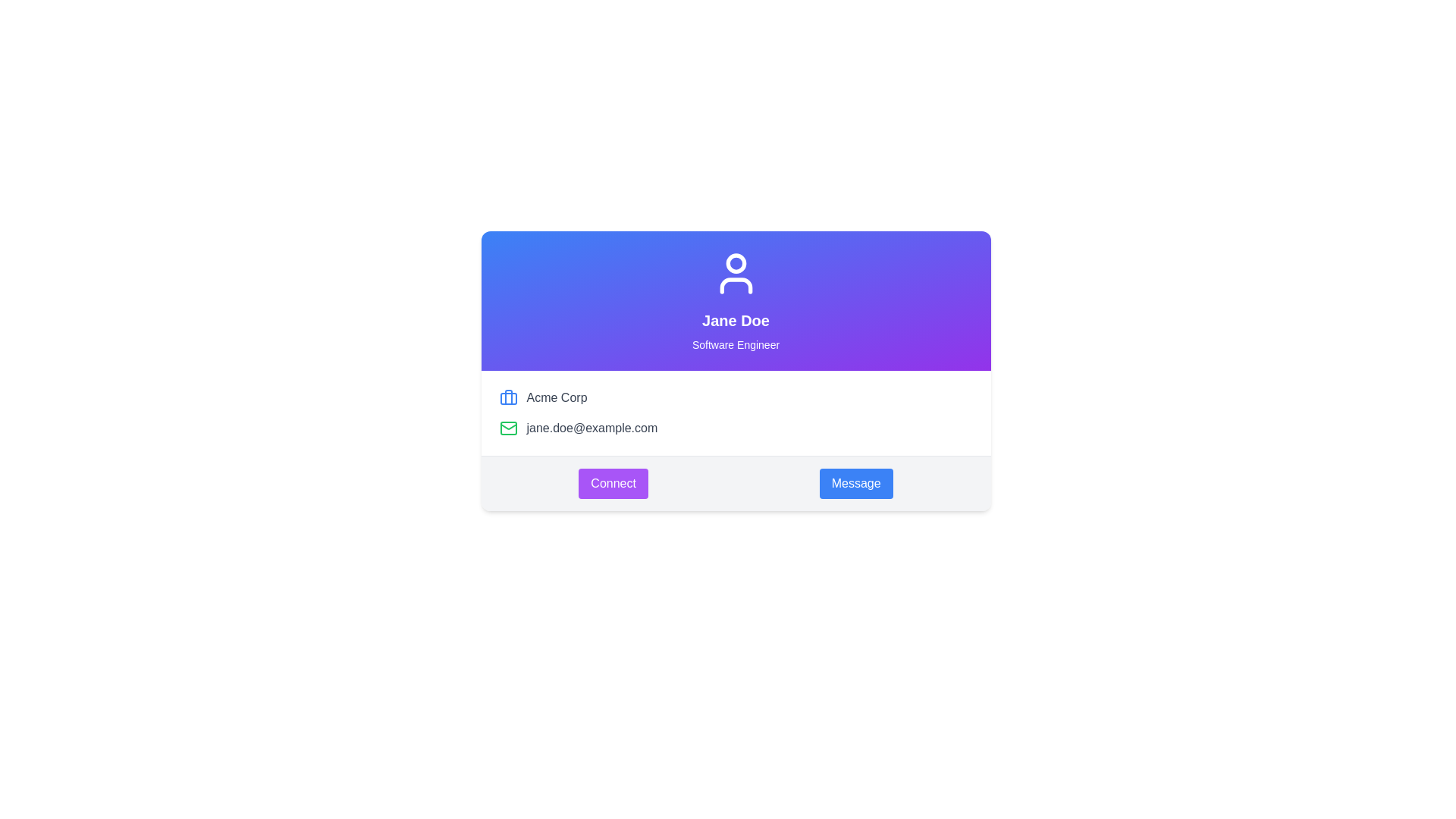  I want to click on the Information Display Row that displays the user's email address, located below 'Acme Corp' in the contact card section, so click(736, 428).